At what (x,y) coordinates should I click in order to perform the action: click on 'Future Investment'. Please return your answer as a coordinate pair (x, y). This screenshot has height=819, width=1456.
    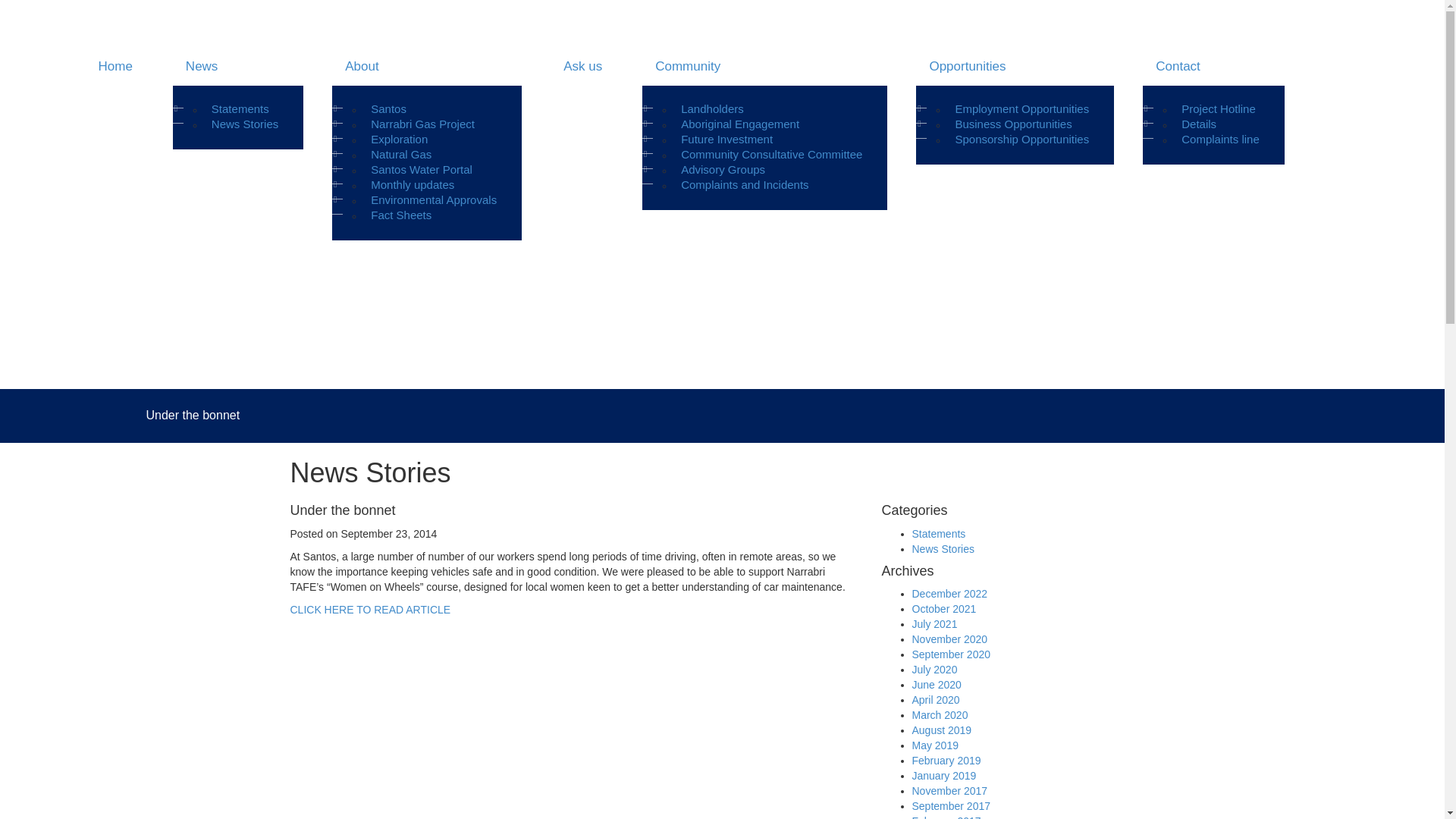
    Looking at the image, I should click on (726, 140).